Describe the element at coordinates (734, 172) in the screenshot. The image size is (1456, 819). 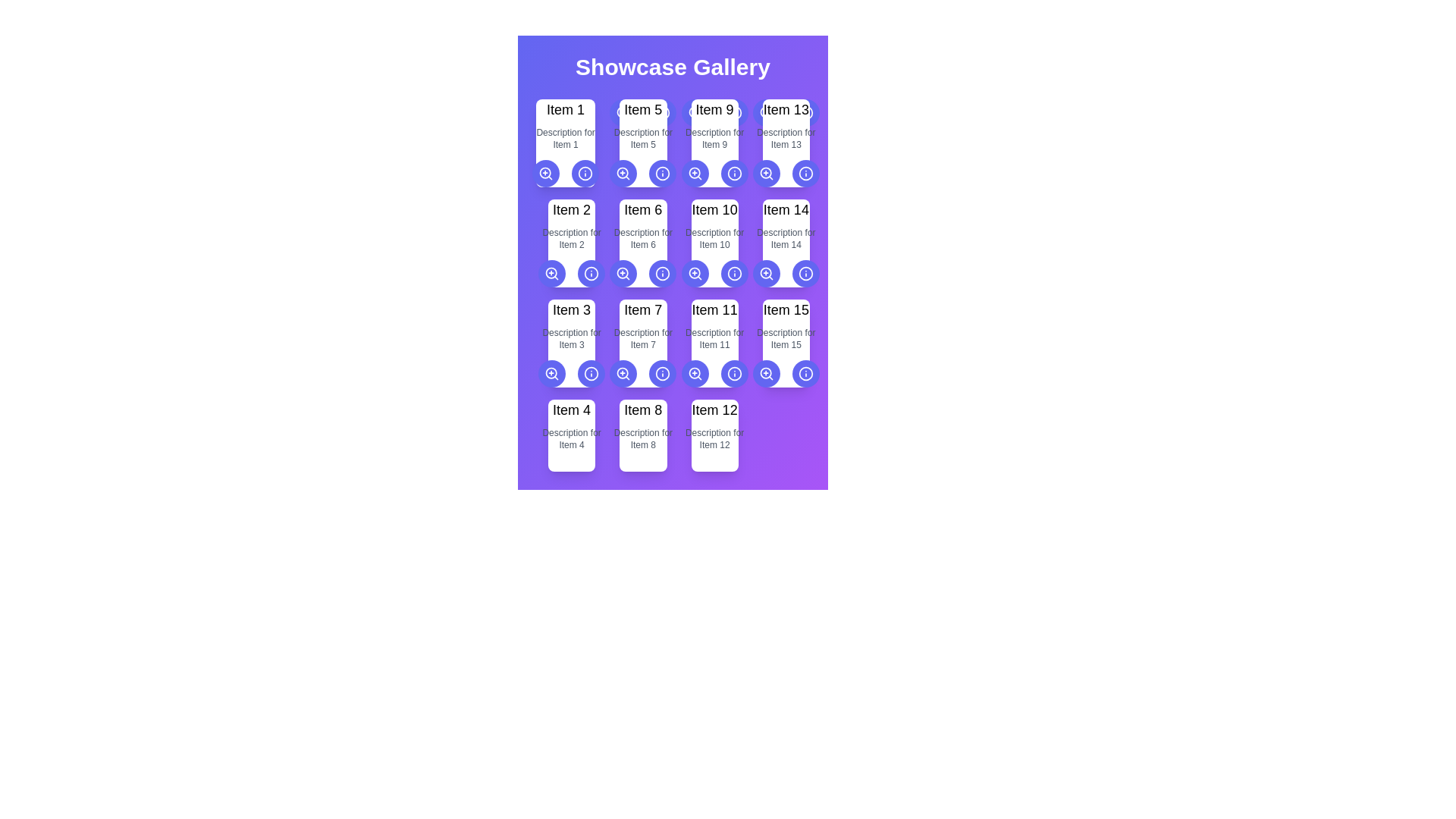
I see `the circular button with an 'information' icon that is the second element in a horizontal layout beneath the card labeled 'Item 9'` at that location.